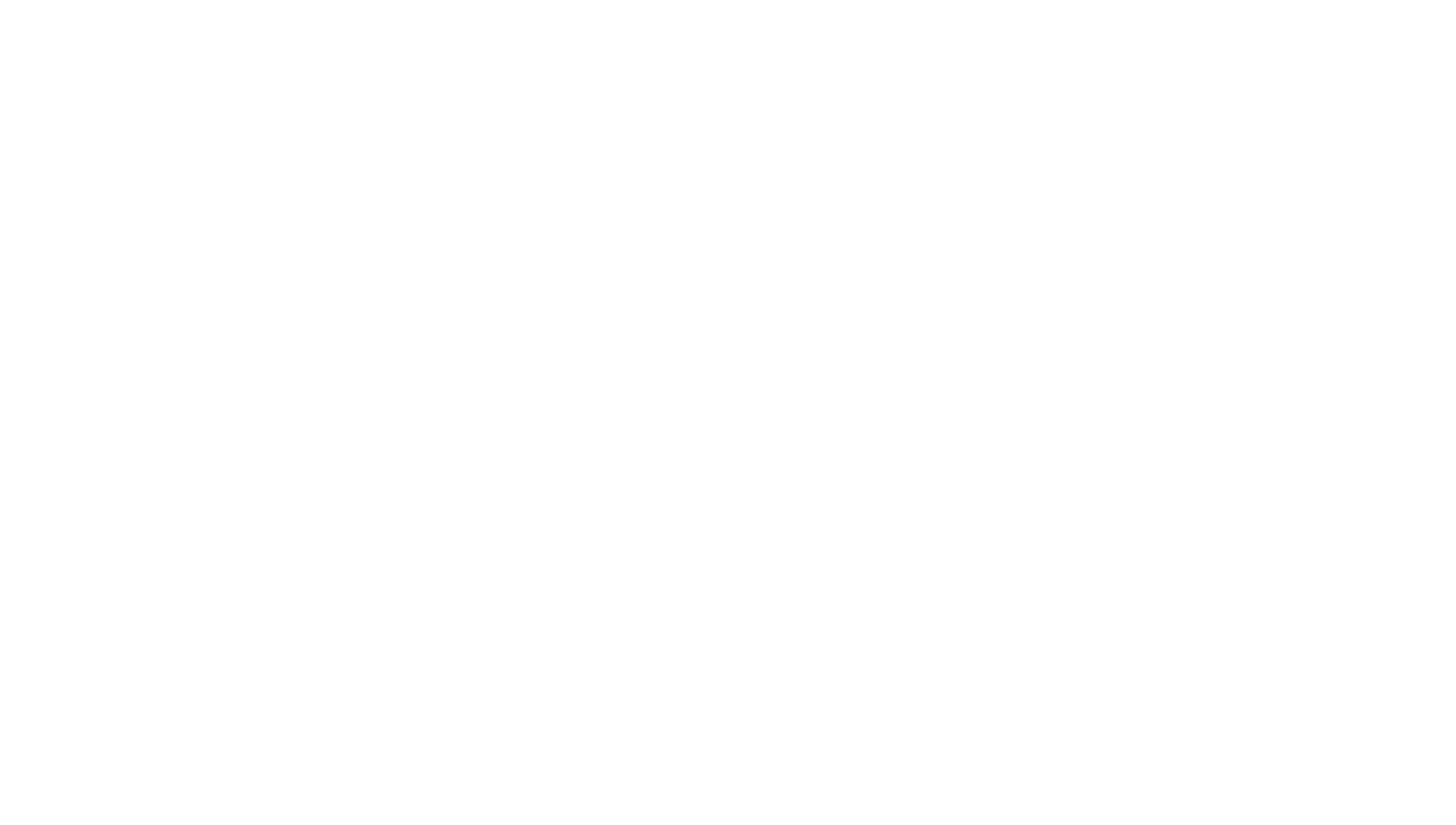 The width and height of the screenshot is (1456, 825). I want to click on 'We built the new Sennheiser Lego microphone kit so you don’t have to…but you’ll want to.', so click(674, 357).